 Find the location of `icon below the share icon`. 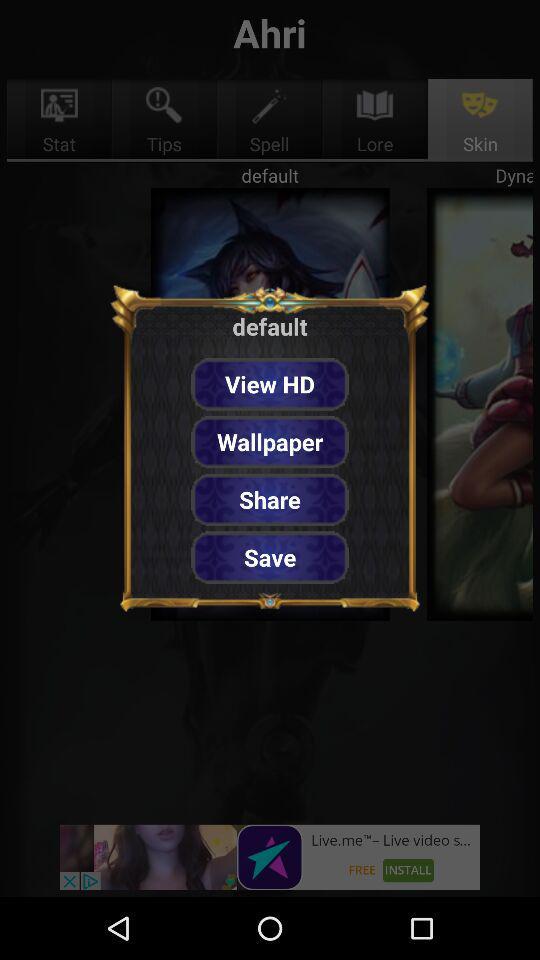

icon below the share icon is located at coordinates (270, 557).